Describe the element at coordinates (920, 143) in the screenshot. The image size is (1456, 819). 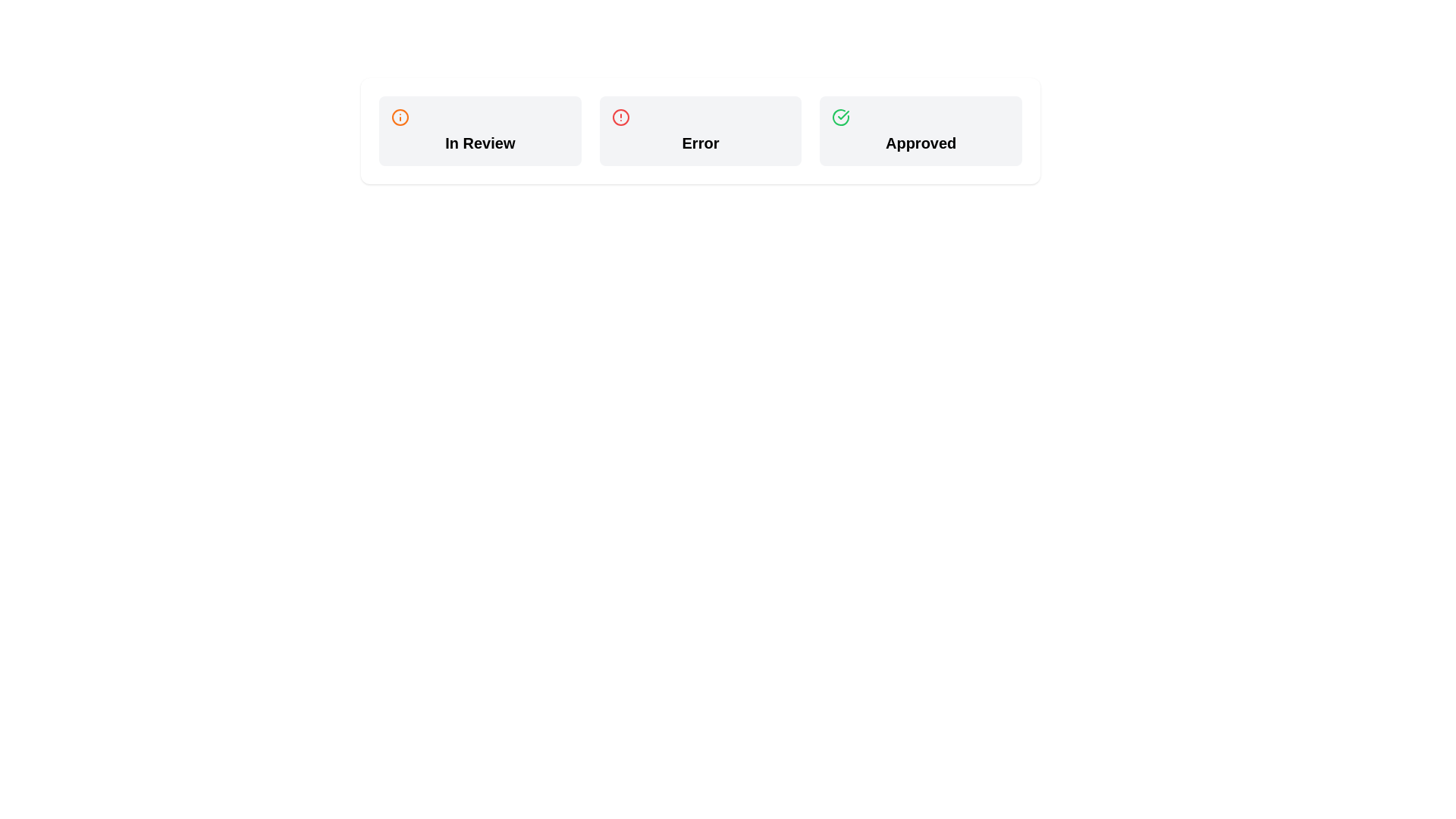
I see `the 'Approved' text label, which is the third button in a three-button layout, displaying the text in bold and larger font` at that location.